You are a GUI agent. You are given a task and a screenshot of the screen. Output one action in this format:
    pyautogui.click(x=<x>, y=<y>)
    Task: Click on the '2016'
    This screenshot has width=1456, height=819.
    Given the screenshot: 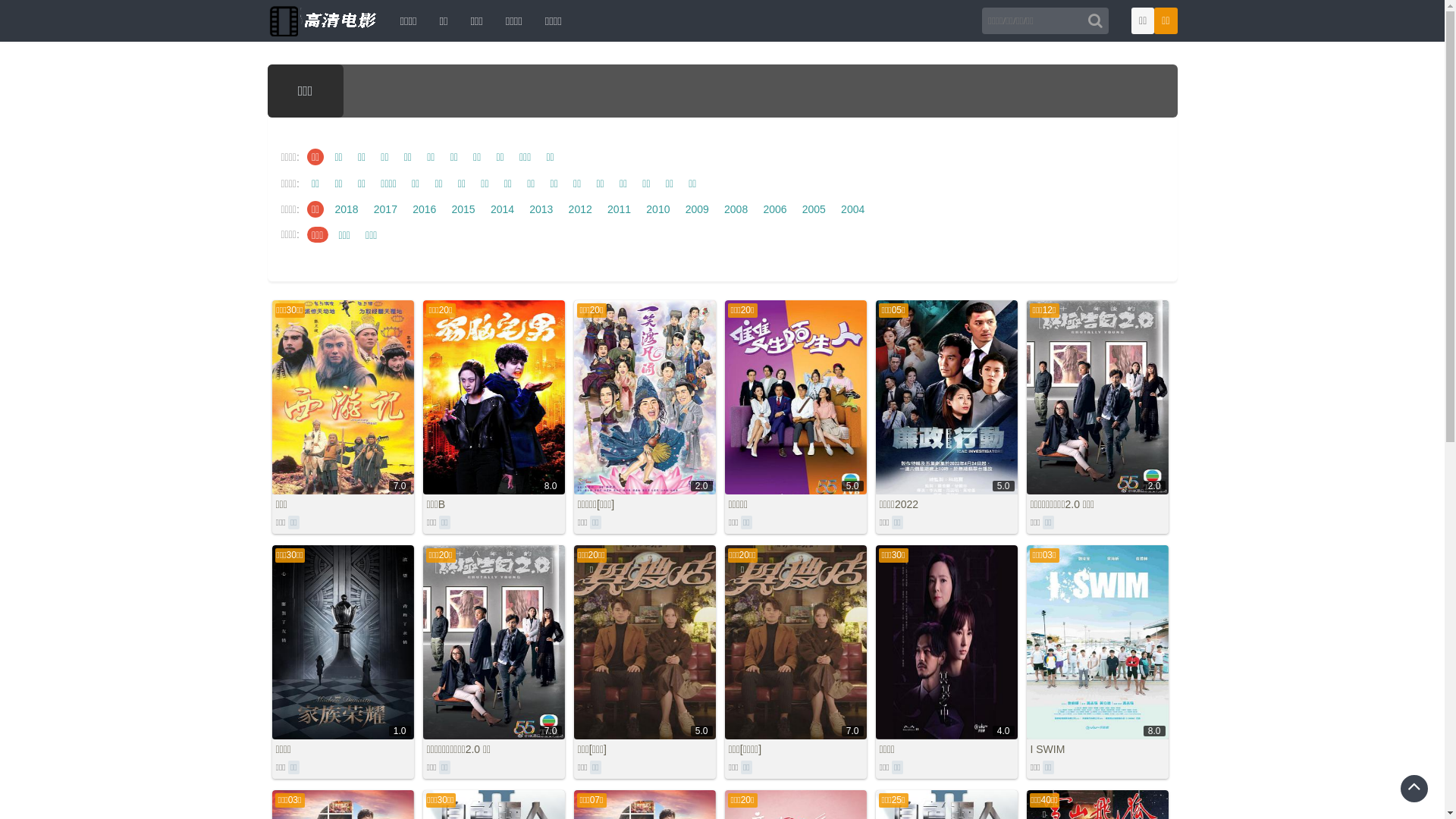 What is the action you would take?
    pyautogui.click(x=424, y=209)
    